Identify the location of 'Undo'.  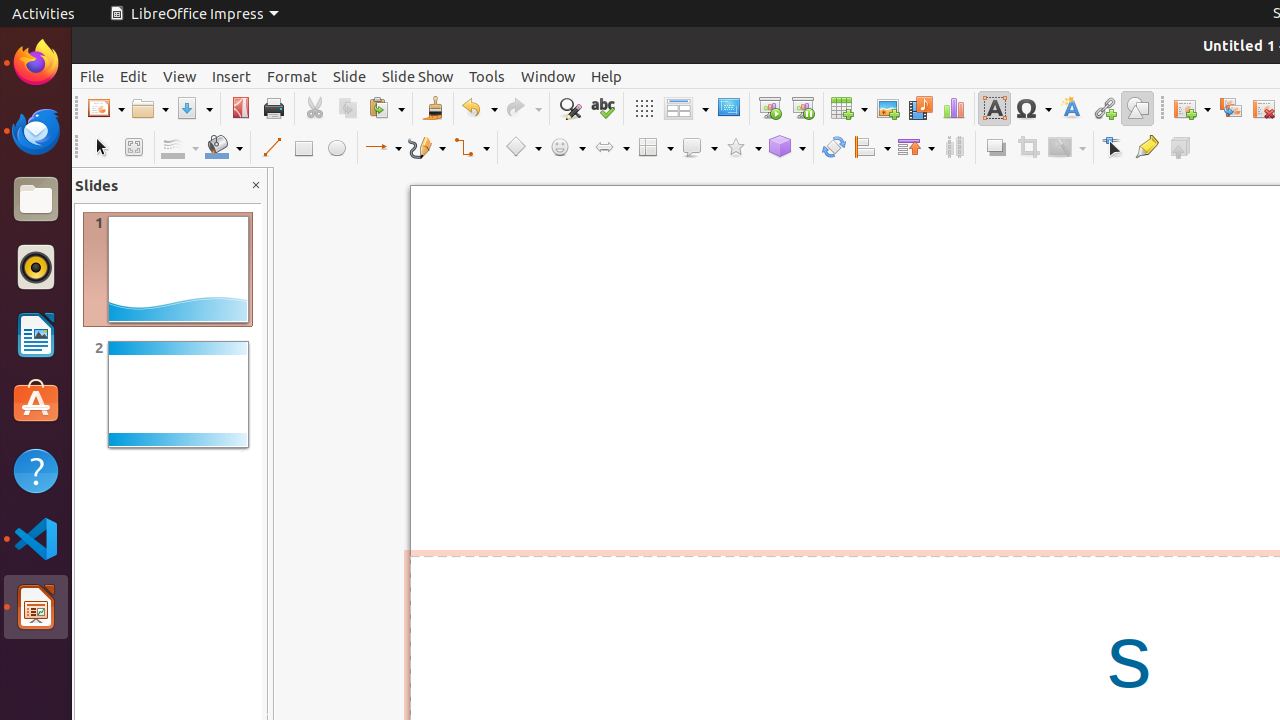
(477, 108).